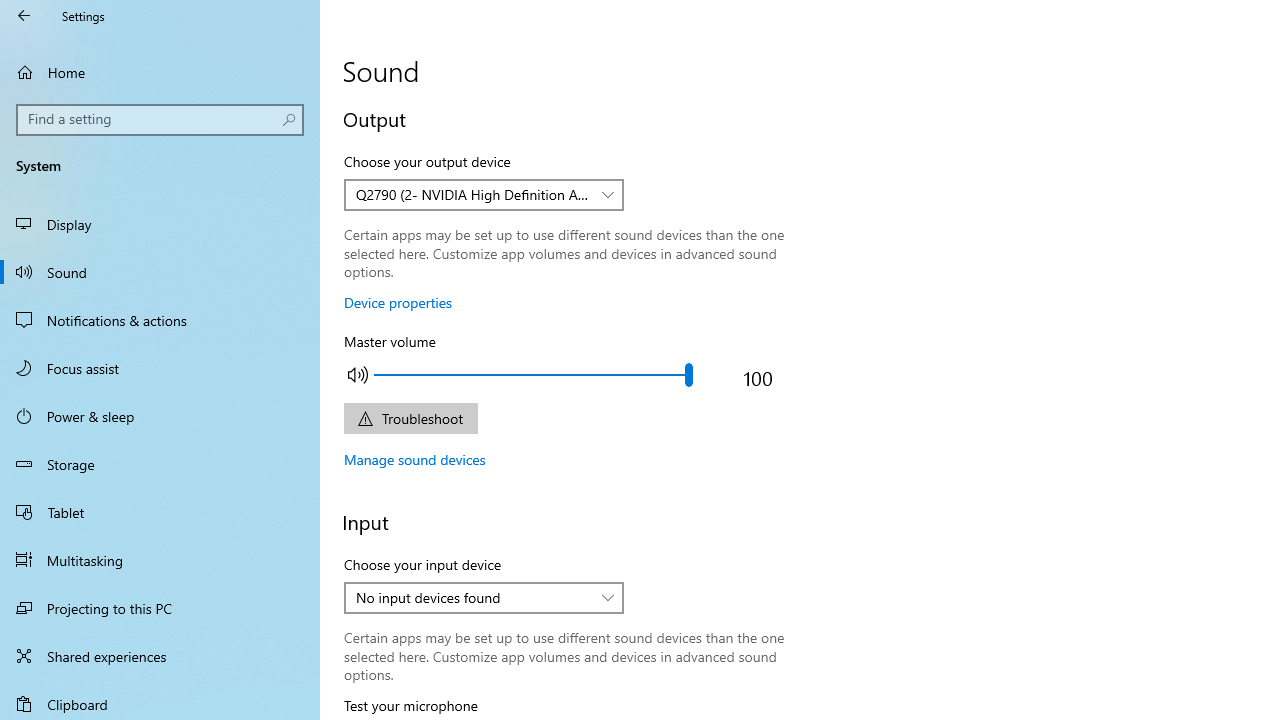 This screenshot has width=1280, height=720. I want to click on 'Notifications & actions', so click(160, 319).